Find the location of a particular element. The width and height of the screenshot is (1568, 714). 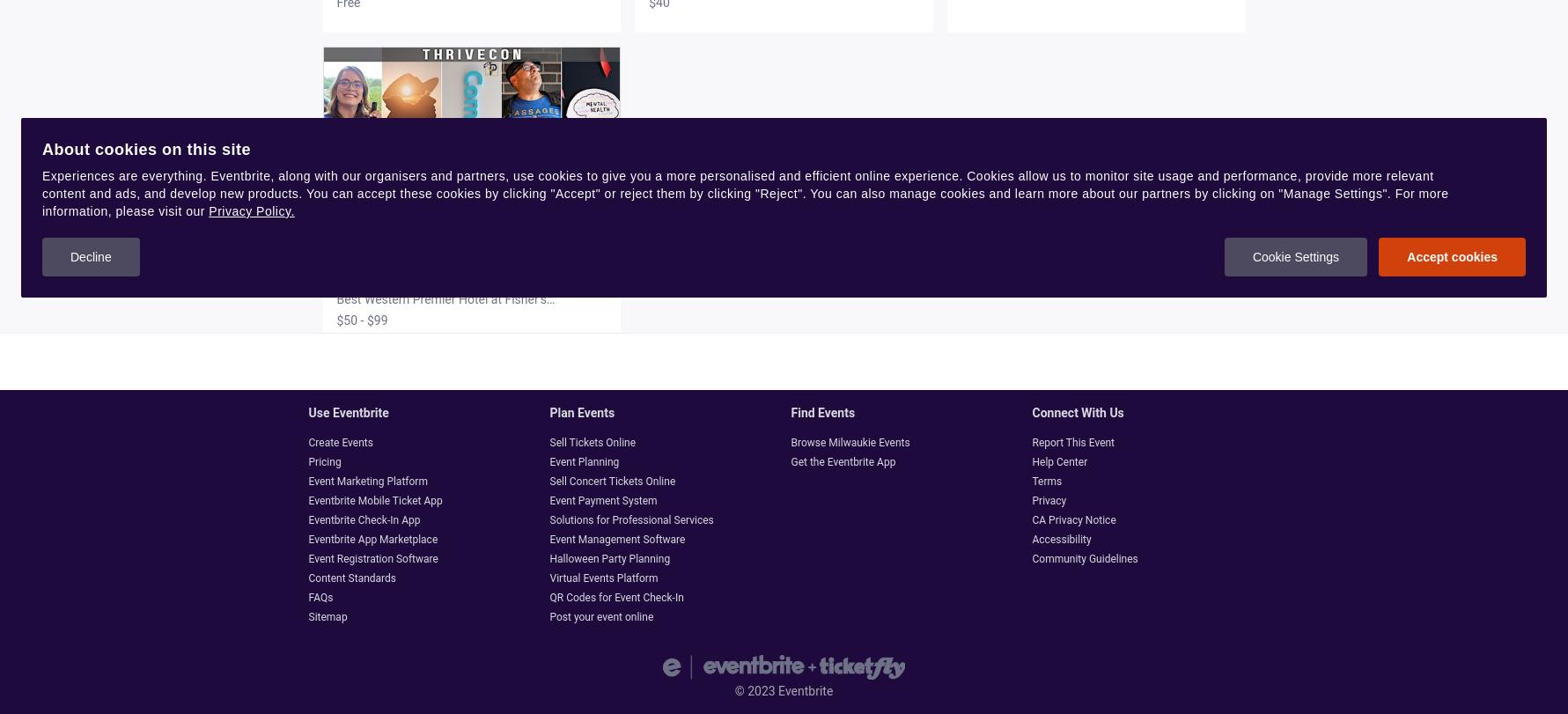

'Eventbrite Mobile Ticket App' is located at coordinates (307, 499).